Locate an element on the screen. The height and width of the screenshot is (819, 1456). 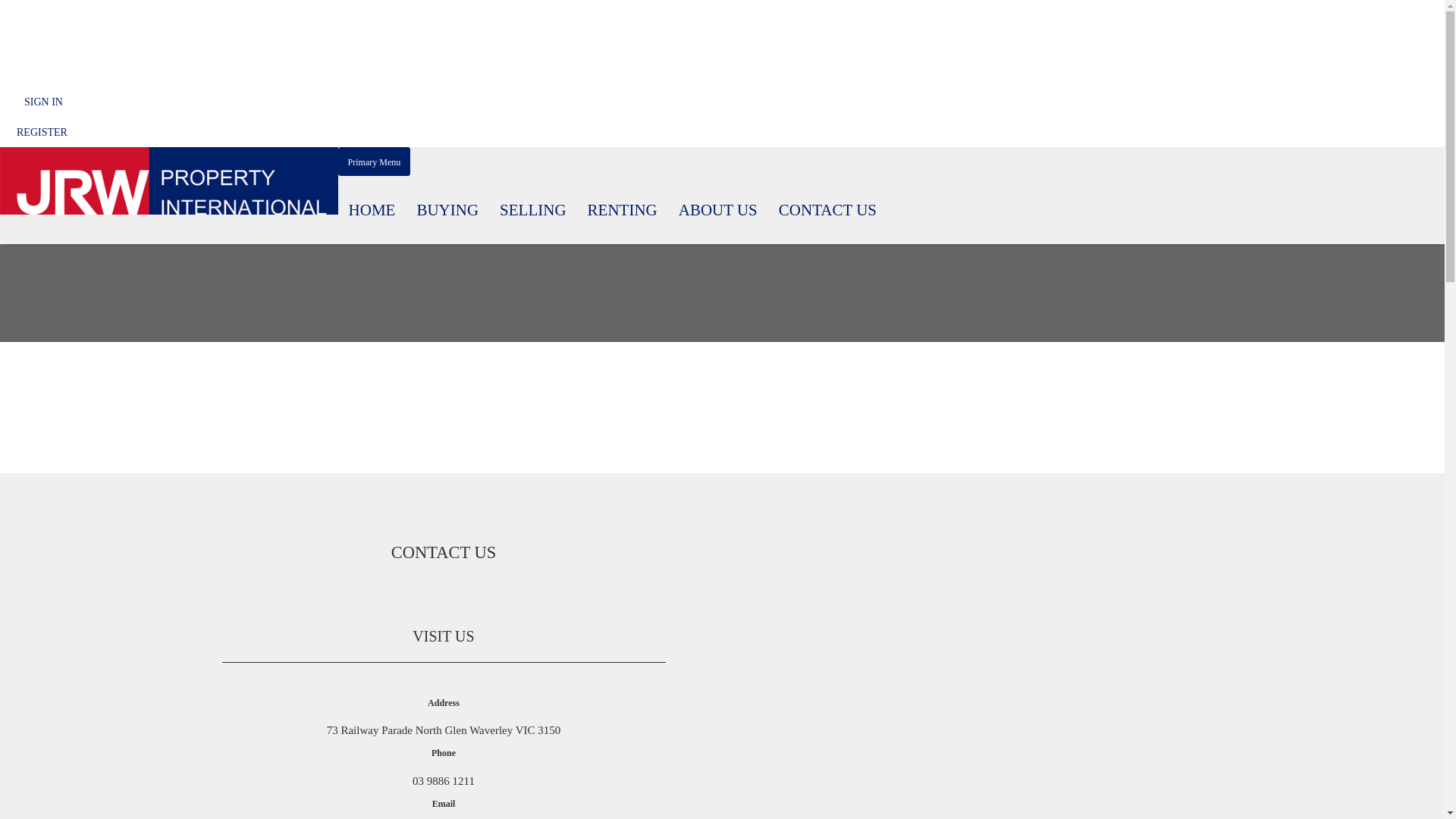
'RENTING' is located at coordinates (622, 210).